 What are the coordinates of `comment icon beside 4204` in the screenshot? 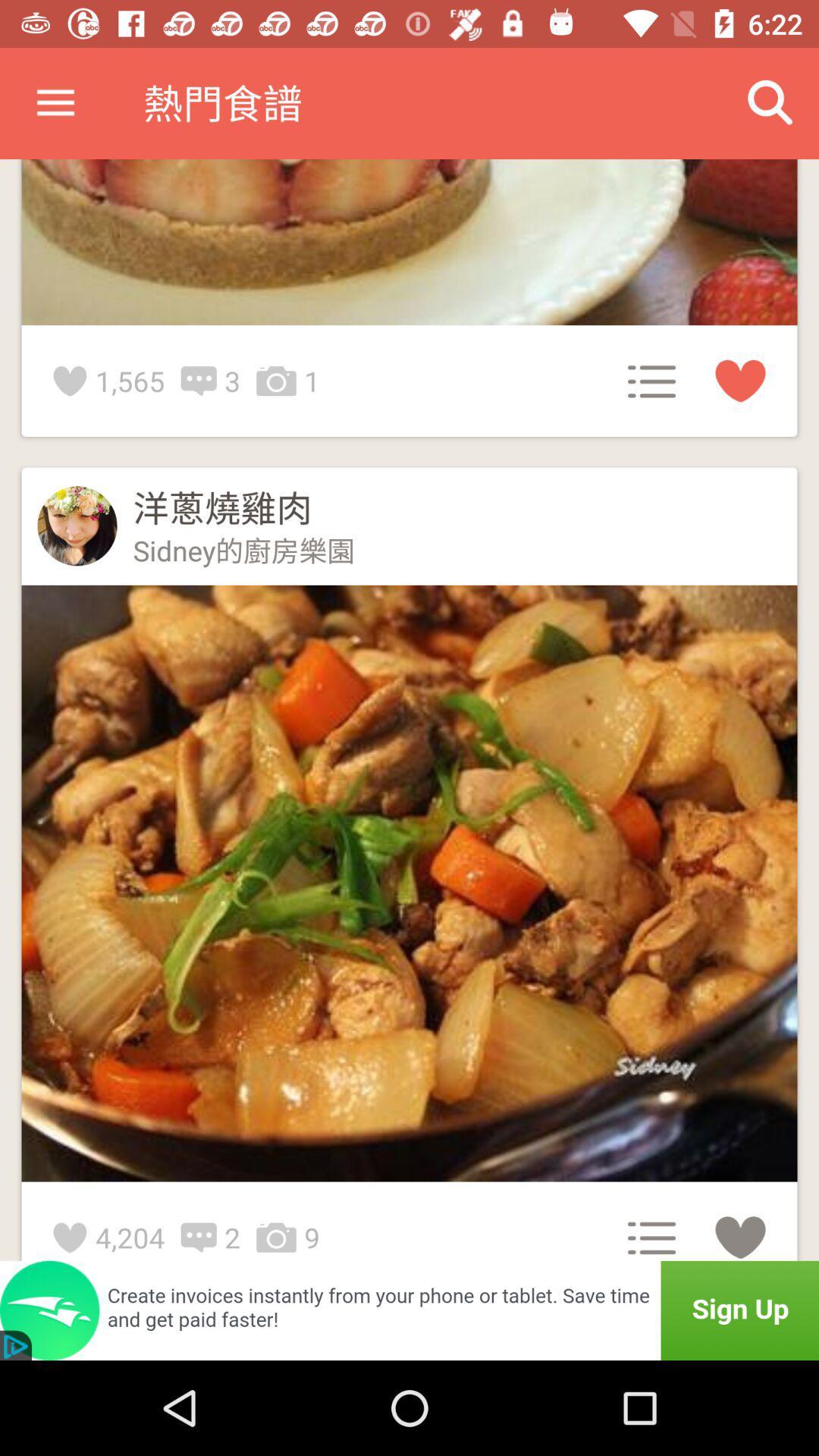 It's located at (202, 1238).